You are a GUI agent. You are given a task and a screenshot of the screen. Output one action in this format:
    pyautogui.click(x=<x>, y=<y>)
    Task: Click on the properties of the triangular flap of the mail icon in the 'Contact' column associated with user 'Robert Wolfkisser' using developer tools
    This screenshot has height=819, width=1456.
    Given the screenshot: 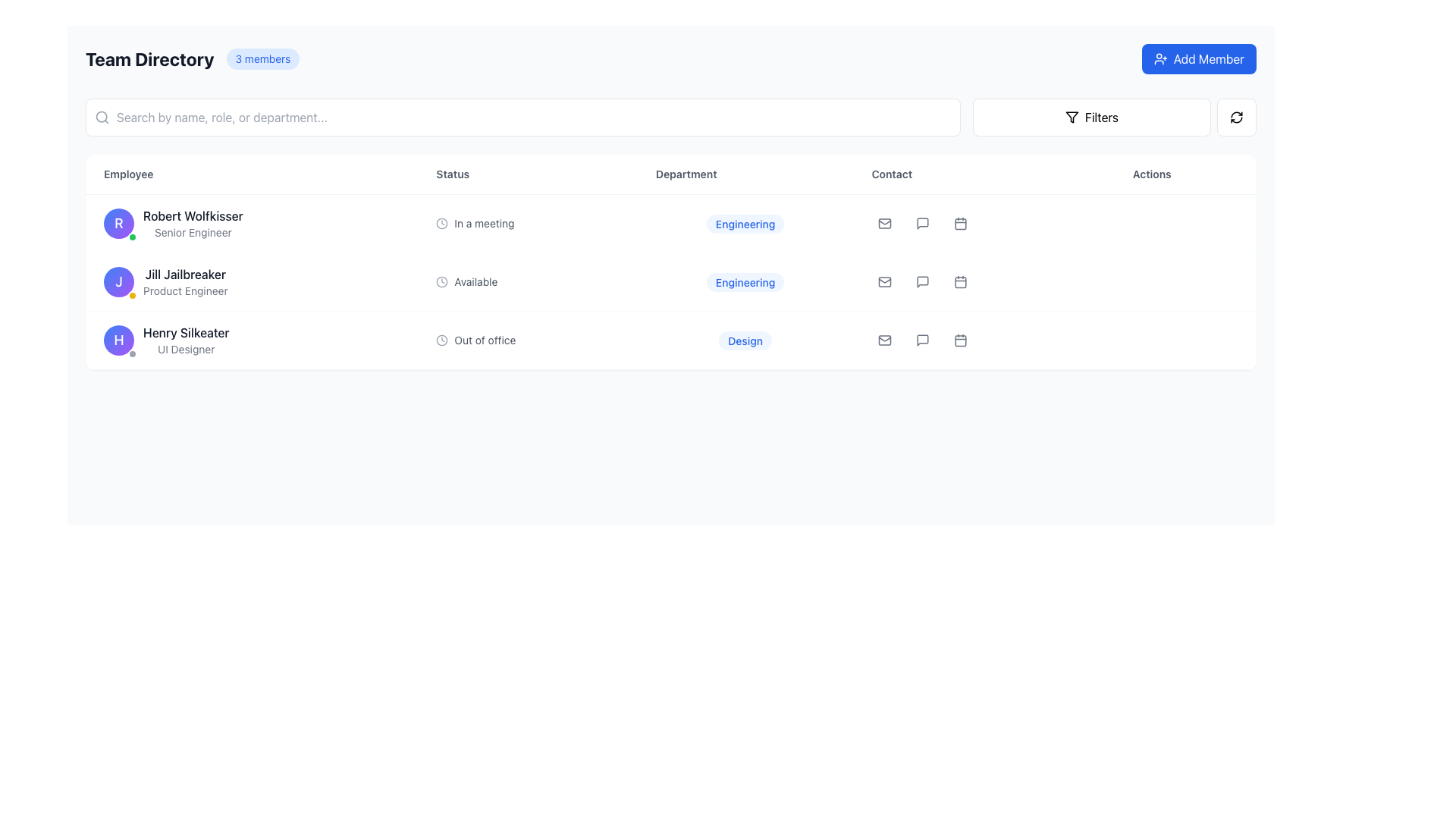 What is the action you would take?
    pyautogui.click(x=884, y=222)
    